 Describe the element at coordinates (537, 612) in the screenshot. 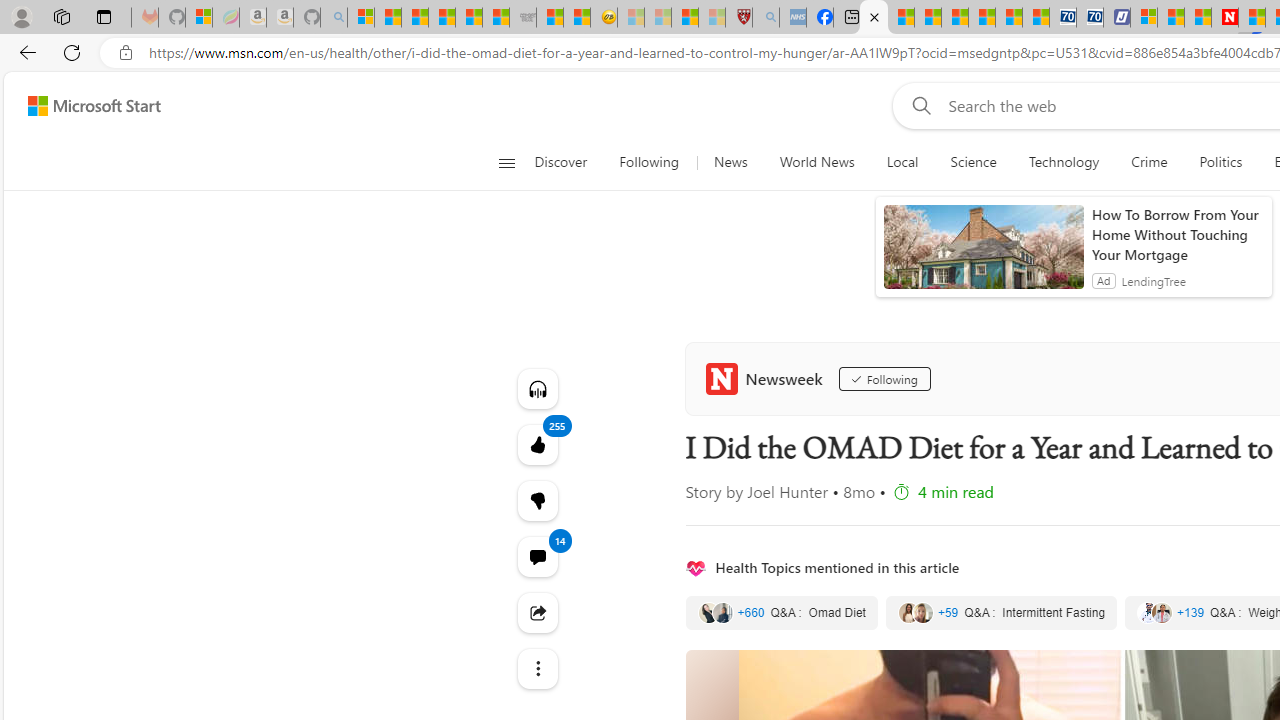

I see `'Share this story'` at that location.